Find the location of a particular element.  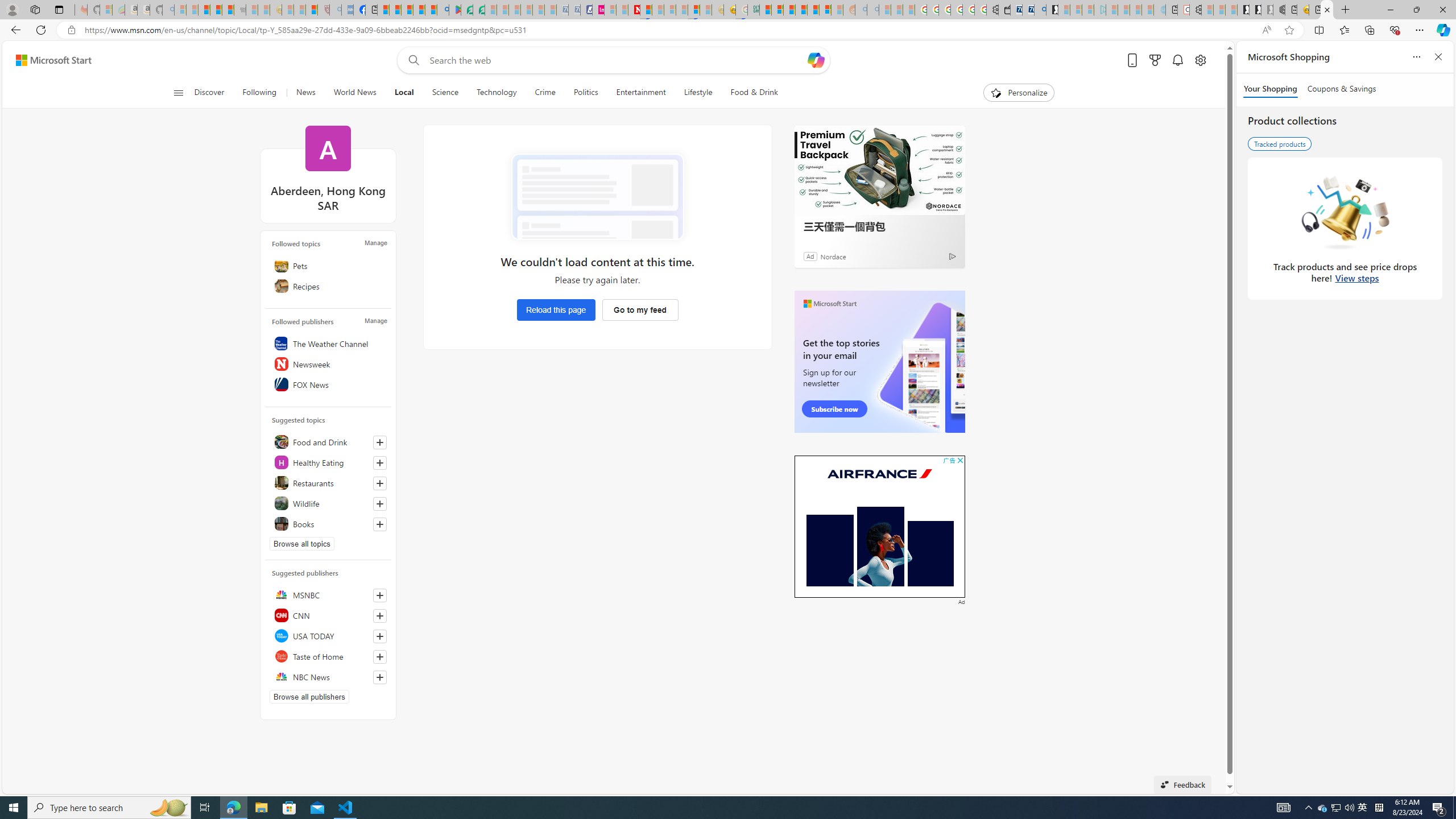

'NBC News' is located at coordinates (327, 677).